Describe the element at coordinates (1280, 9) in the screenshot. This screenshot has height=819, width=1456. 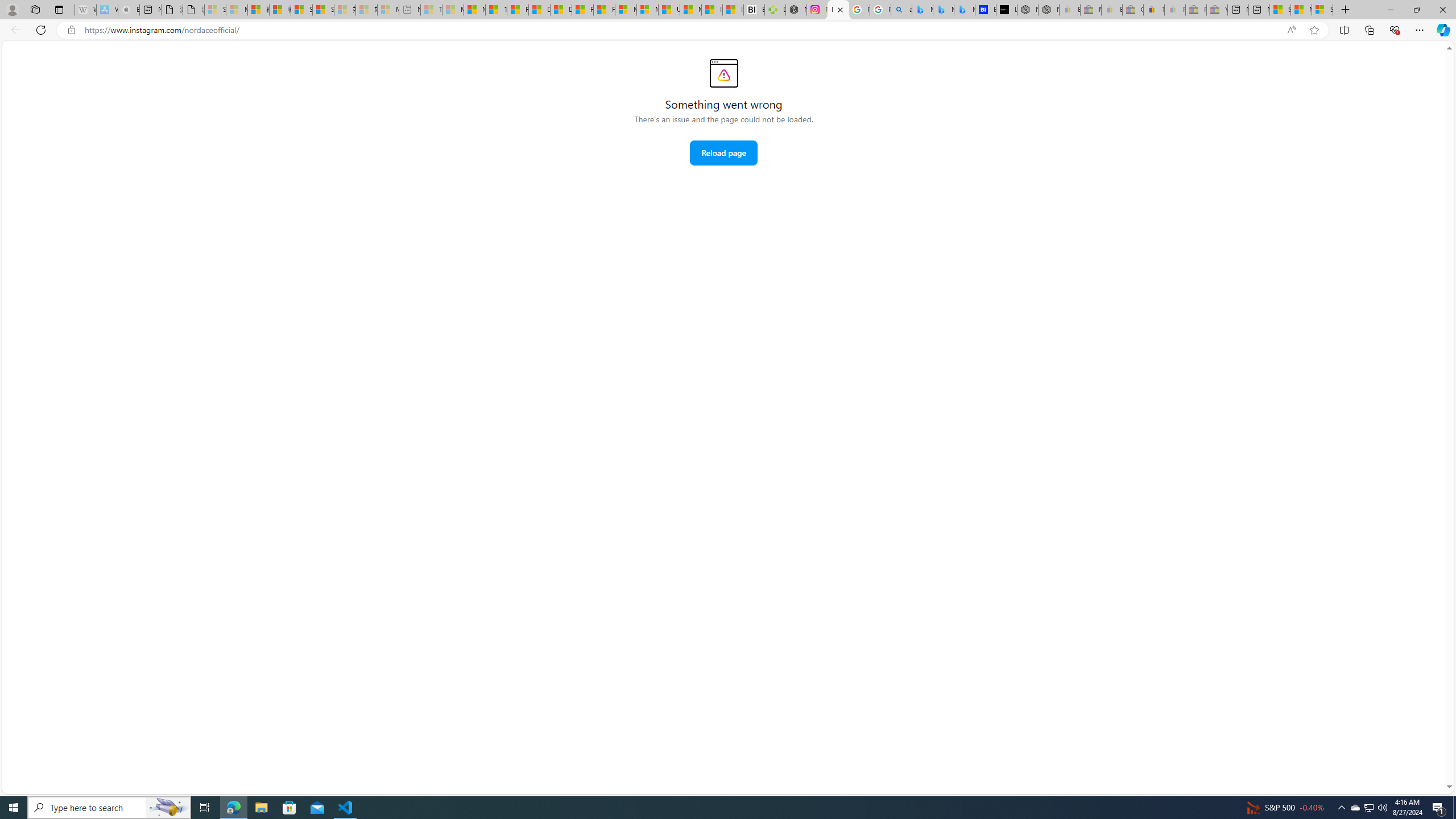
I see `'Shanghai, China hourly forecast | Microsoft Weather'` at that location.